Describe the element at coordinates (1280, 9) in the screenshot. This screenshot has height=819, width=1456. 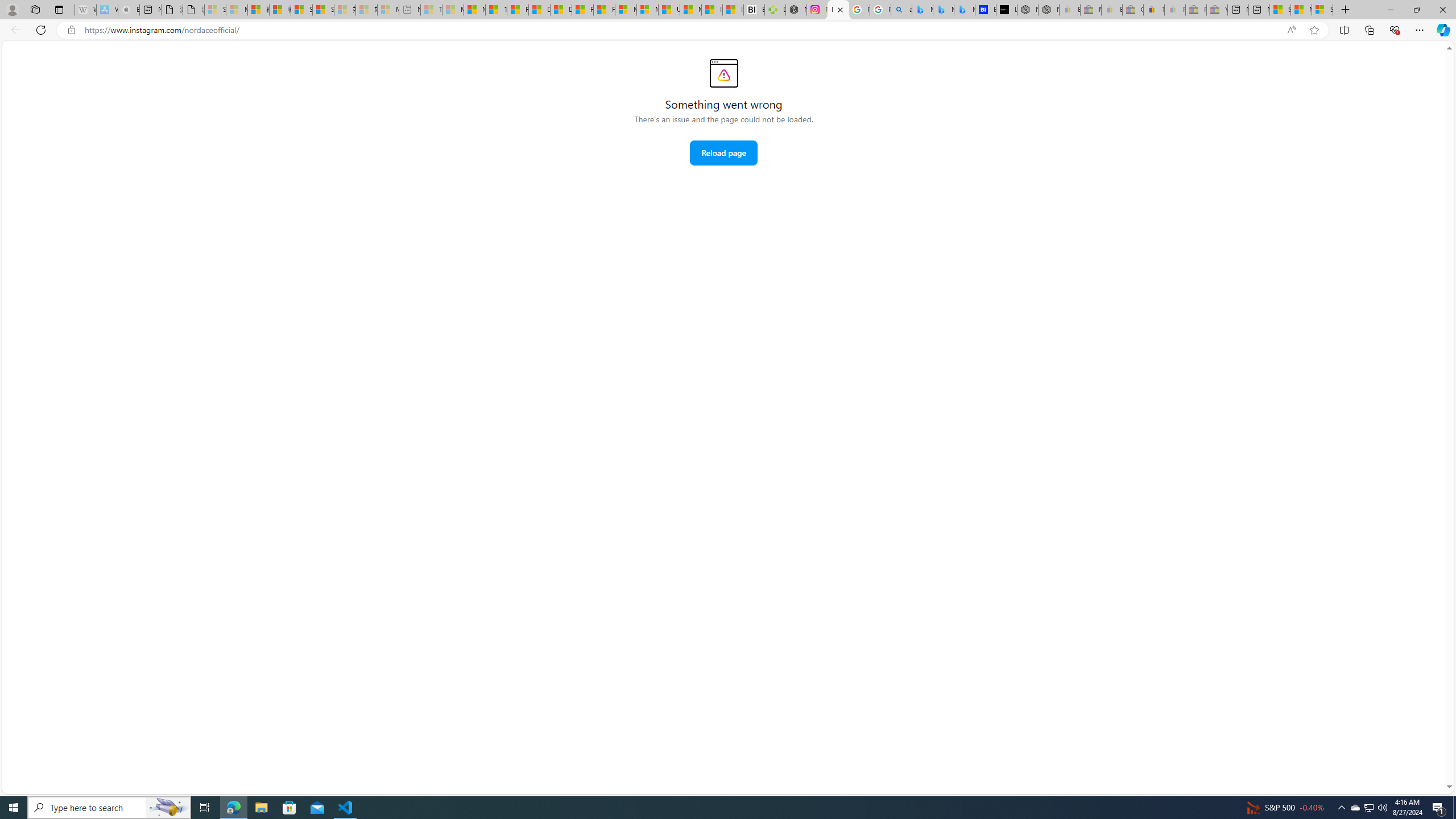
I see `'Shanghai, China hourly forecast | Microsoft Weather'` at that location.